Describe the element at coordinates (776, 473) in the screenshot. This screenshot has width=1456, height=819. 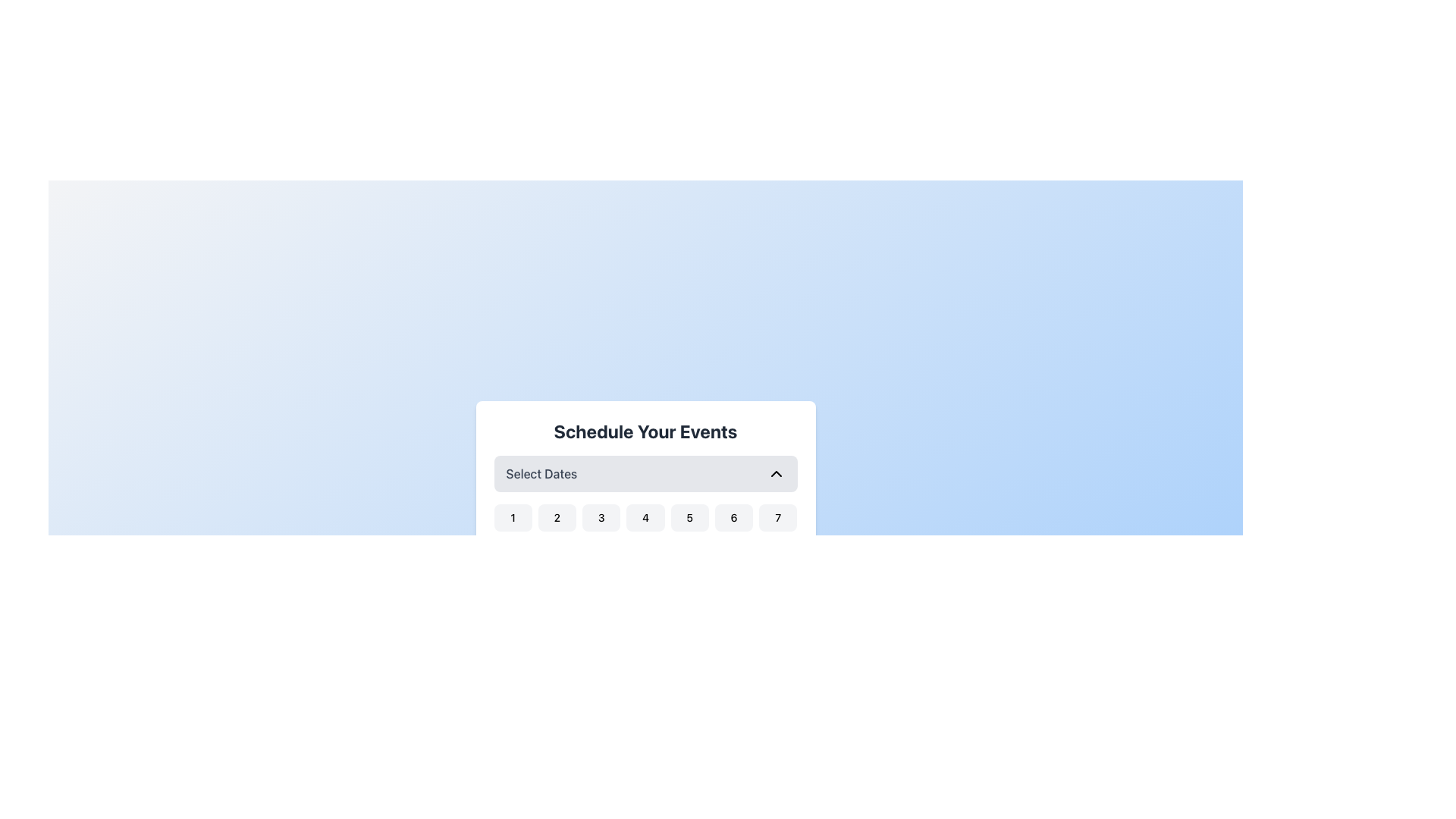
I see `the icon that indicates a toggle or dropdown action, located adjacent to the 'Select Dates' label` at that location.